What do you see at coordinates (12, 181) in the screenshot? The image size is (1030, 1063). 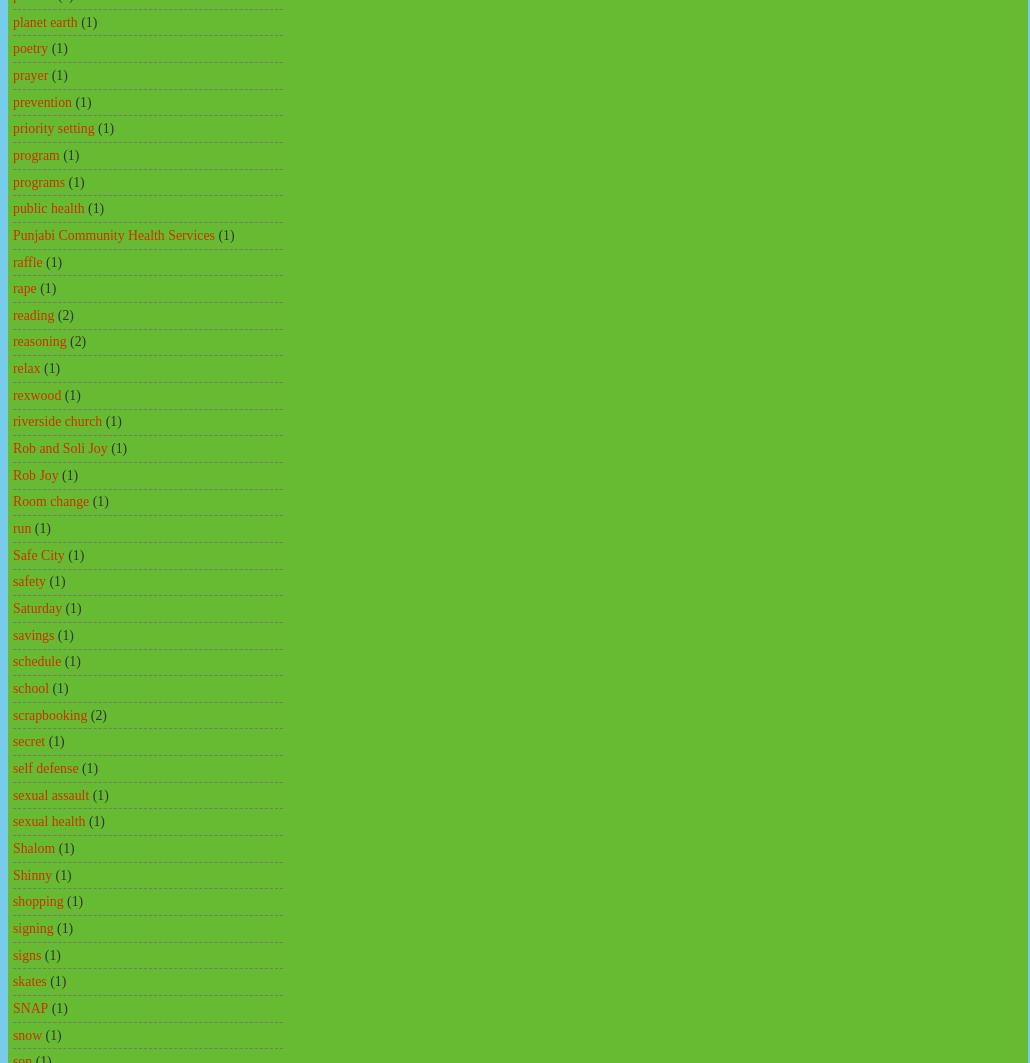 I see `'programs'` at bounding box center [12, 181].